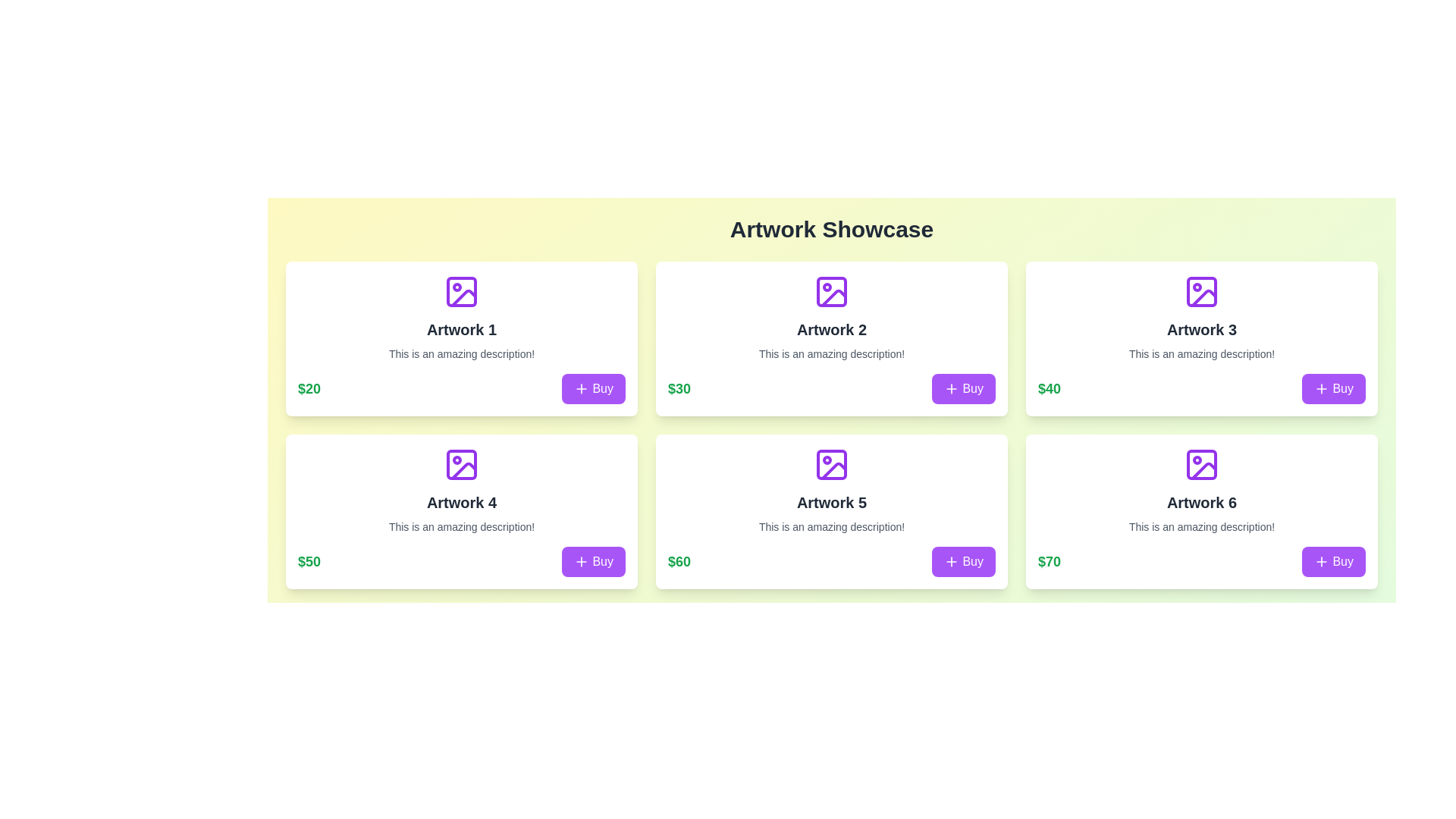 This screenshot has height=819, width=1456. Describe the element at coordinates (831, 329) in the screenshot. I see `the Text Label that serves as a title or name label for the product in the second card of the top row in the grid layout` at that location.